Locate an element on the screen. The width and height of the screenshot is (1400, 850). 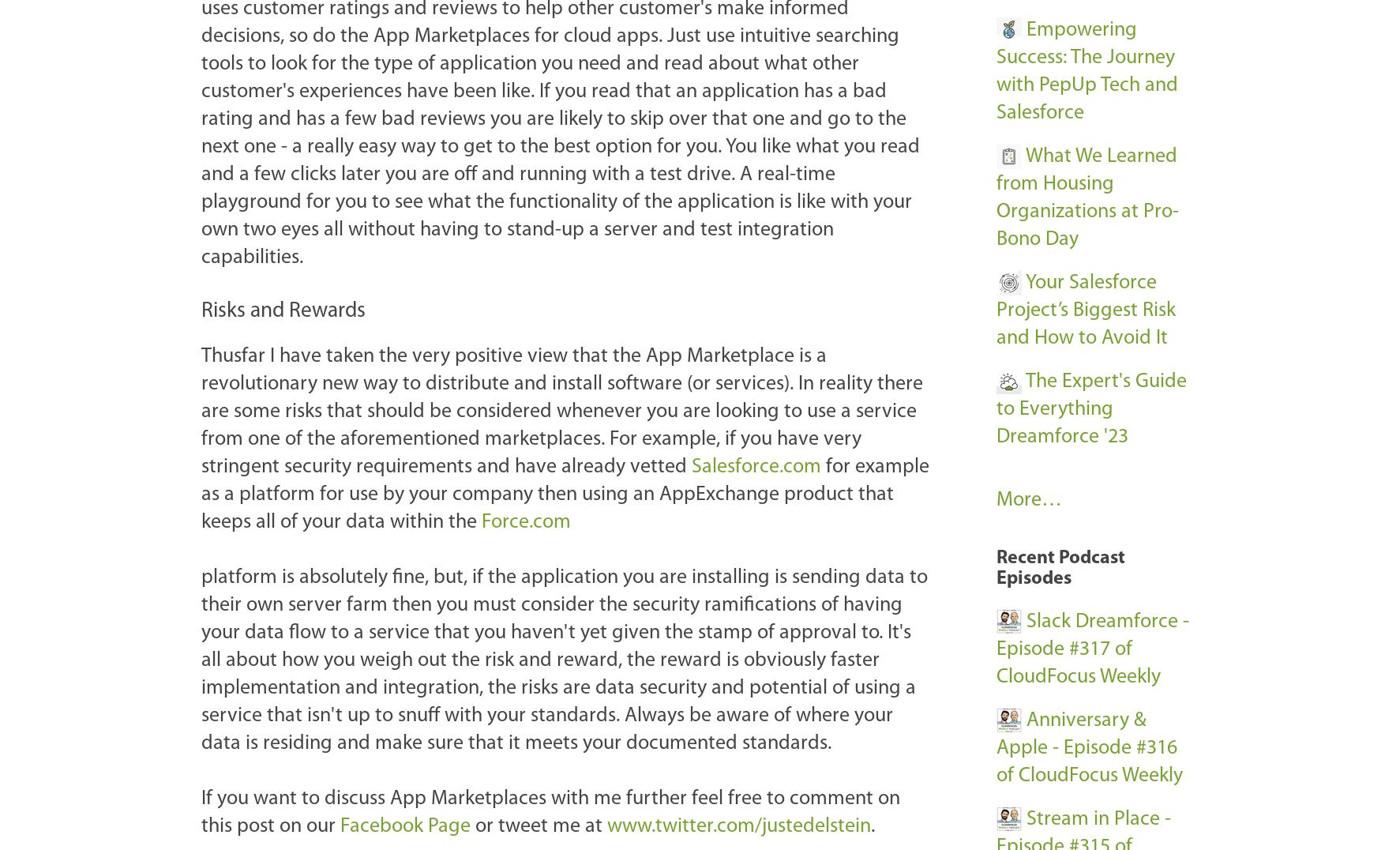
'Force.com' is located at coordinates (525, 521).